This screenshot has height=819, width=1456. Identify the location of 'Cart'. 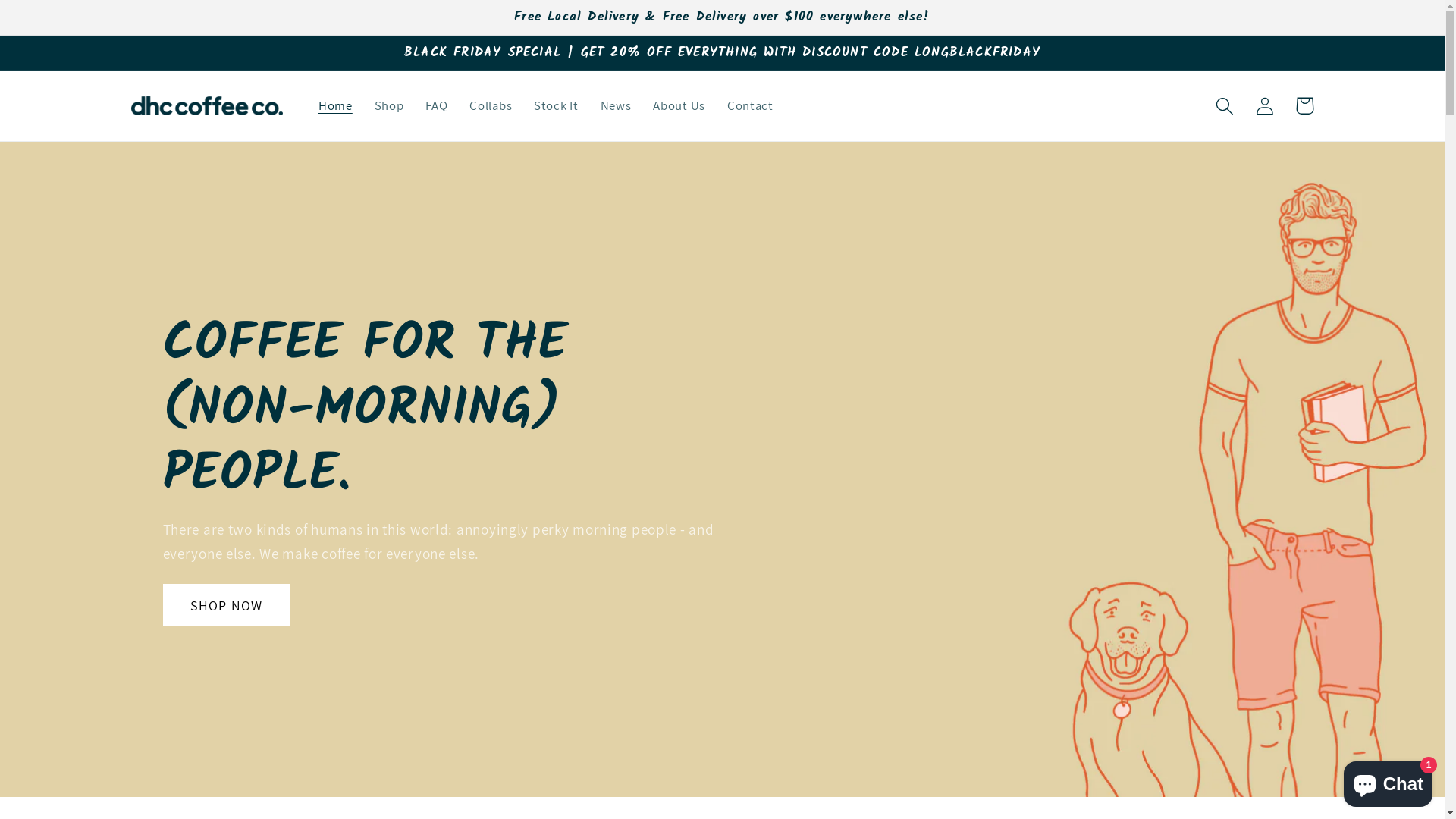
(1304, 105).